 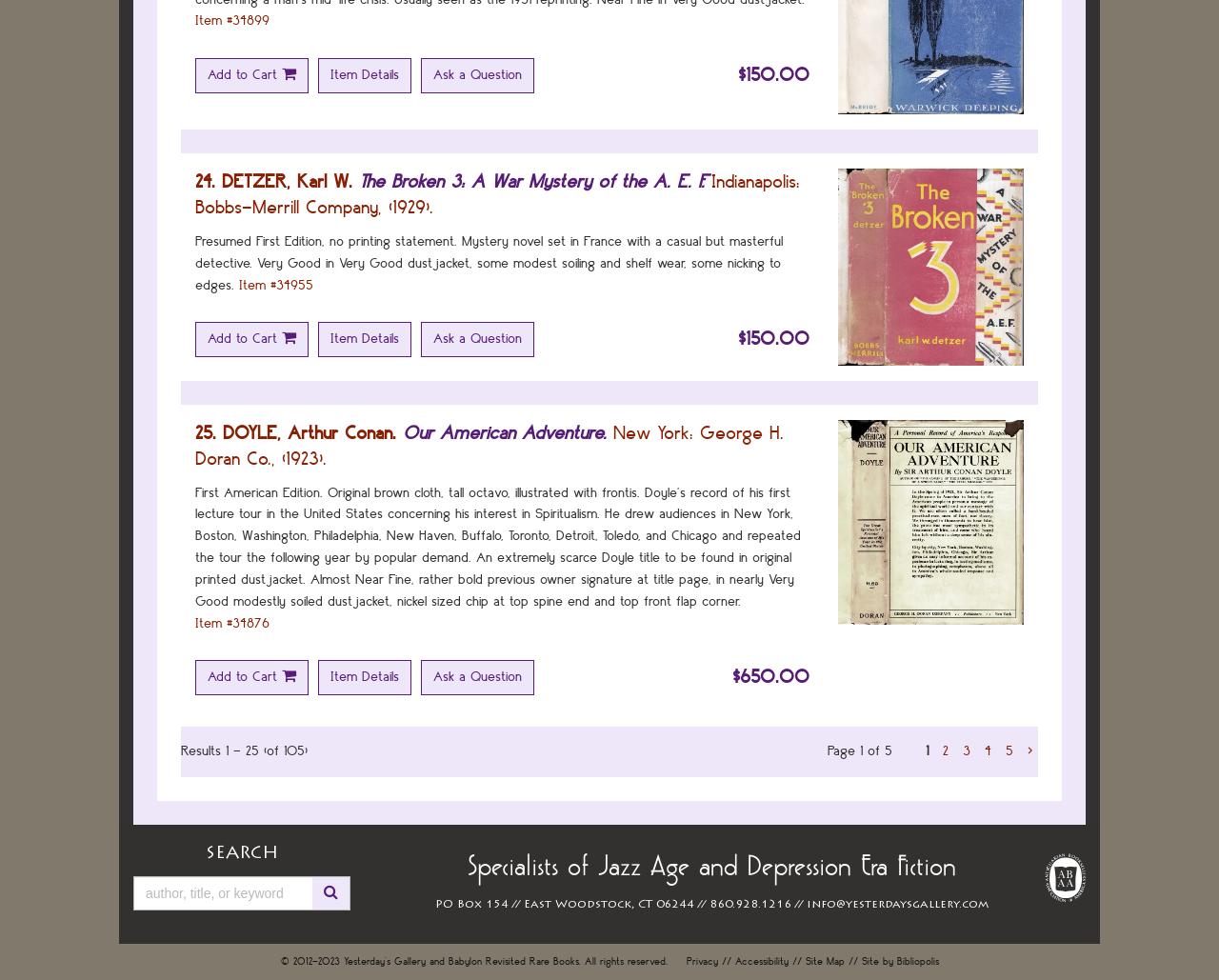 What do you see at coordinates (286, 180) in the screenshot?
I see `'DETZER, Karl W.'` at bounding box center [286, 180].